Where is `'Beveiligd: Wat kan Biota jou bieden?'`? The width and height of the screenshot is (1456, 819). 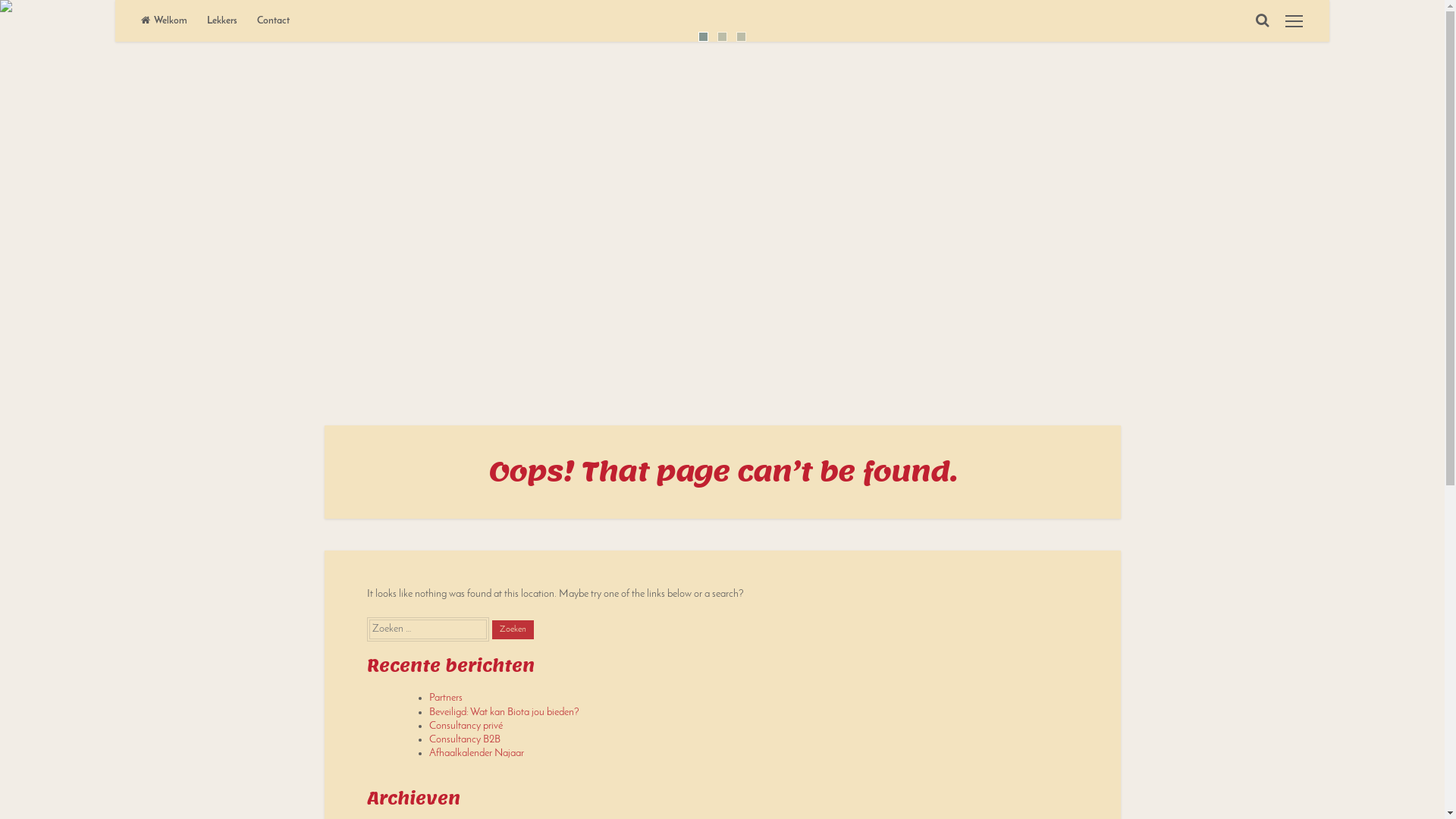 'Beveiligd: Wat kan Biota jou bieden?' is located at coordinates (504, 712).